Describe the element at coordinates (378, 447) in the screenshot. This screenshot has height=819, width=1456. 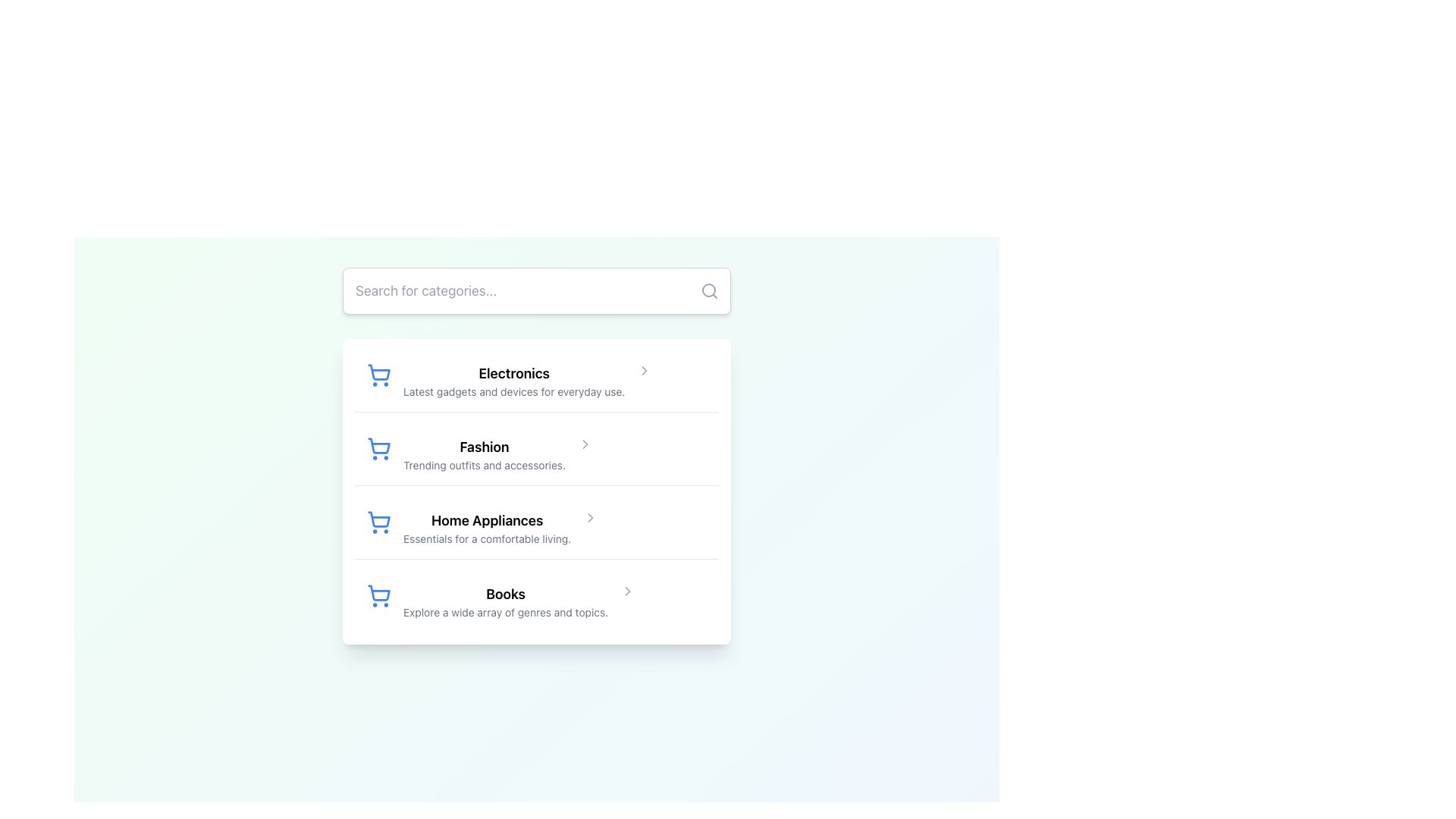
I see `the 'Fashion' category icon, which is the first graphical element in the second row of shopping categories, positioned to the left of the text descriptions` at that location.